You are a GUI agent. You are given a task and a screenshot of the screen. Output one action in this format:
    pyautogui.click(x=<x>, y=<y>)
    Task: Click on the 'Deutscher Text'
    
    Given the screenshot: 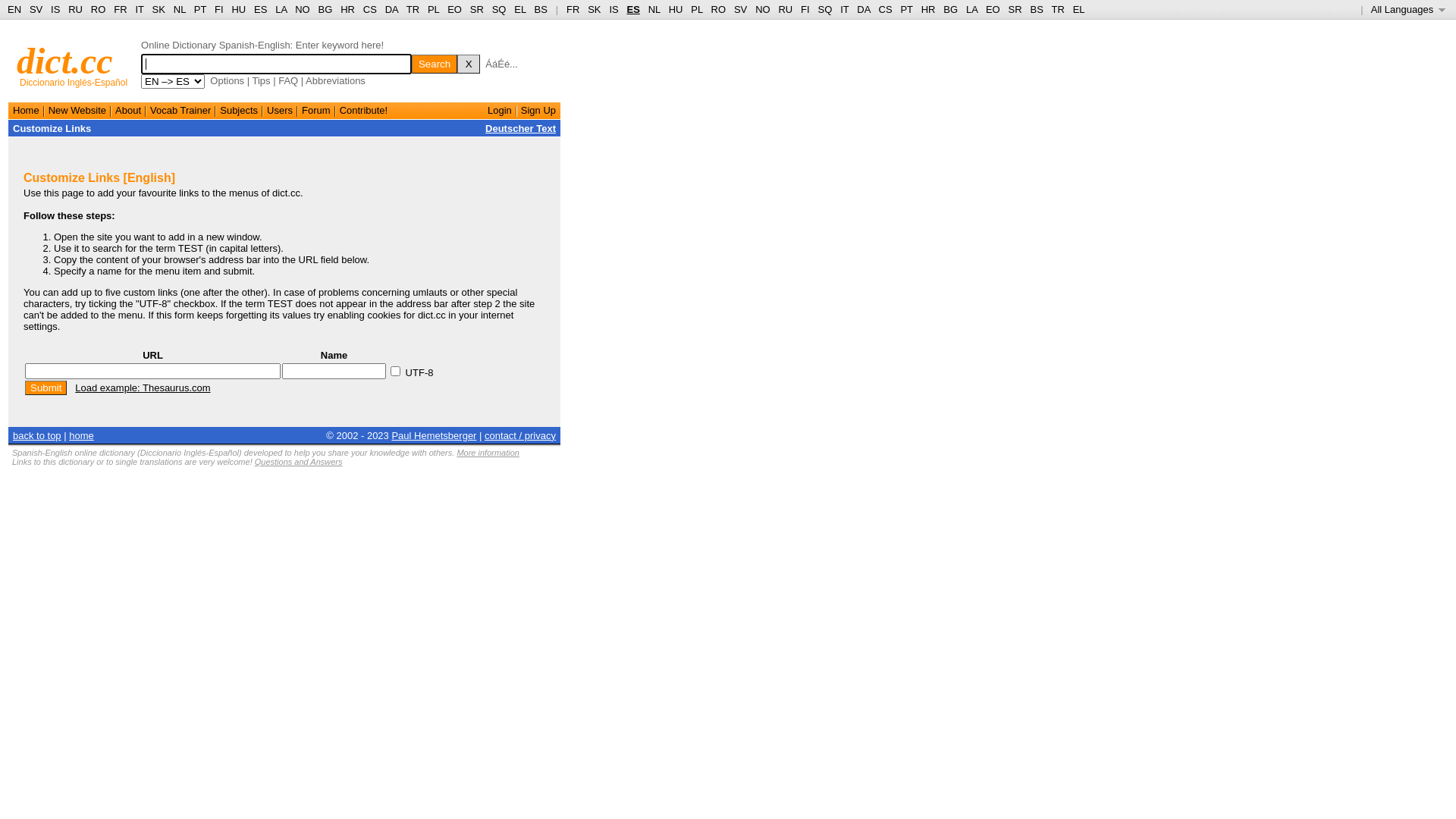 What is the action you would take?
    pyautogui.click(x=520, y=127)
    